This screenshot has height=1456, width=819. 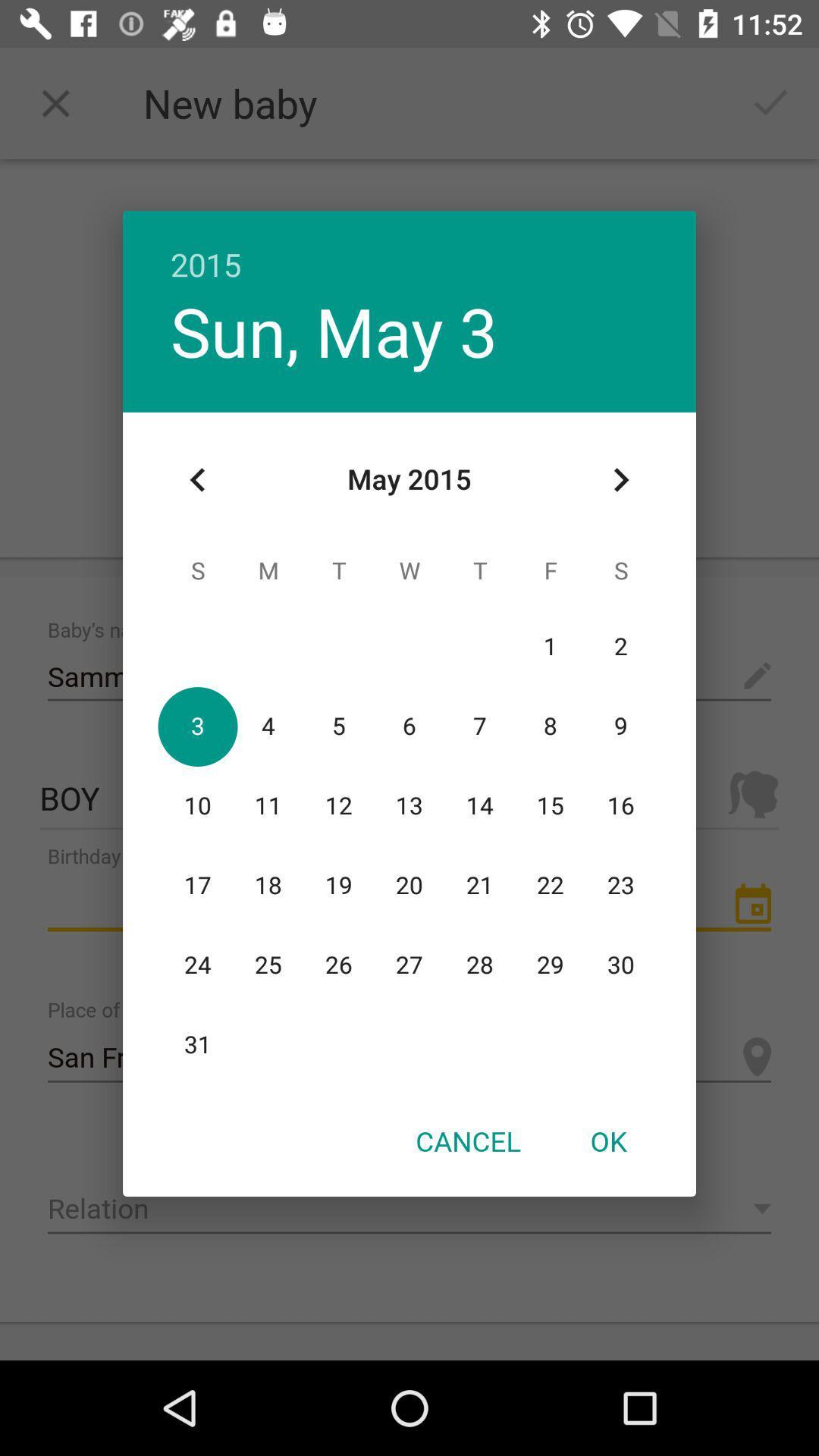 What do you see at coordinates (467, 1141) in the screenshot?
I see `item next to ok item` at bounding box center [467, 1141].